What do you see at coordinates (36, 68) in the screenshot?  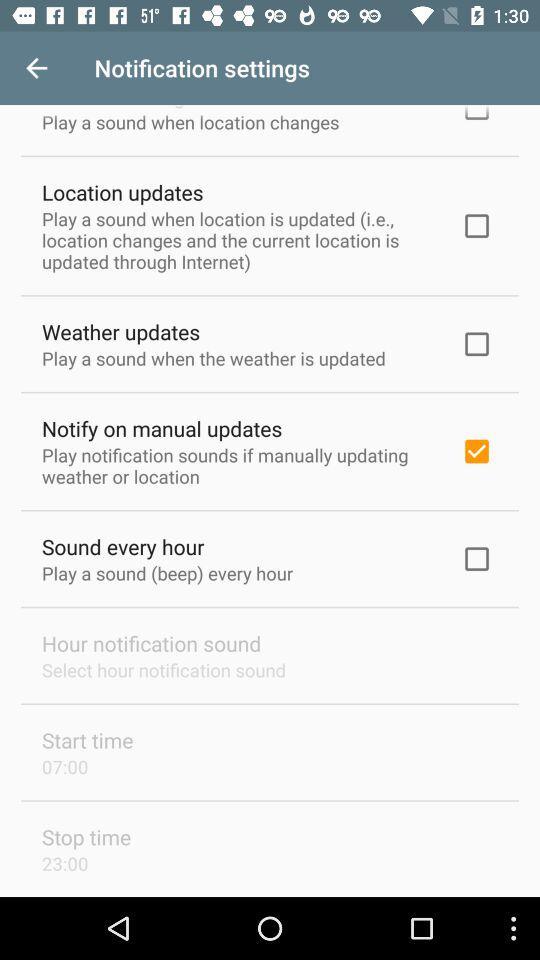 I see `item above location changes icon` at bounding box center [36, 68].